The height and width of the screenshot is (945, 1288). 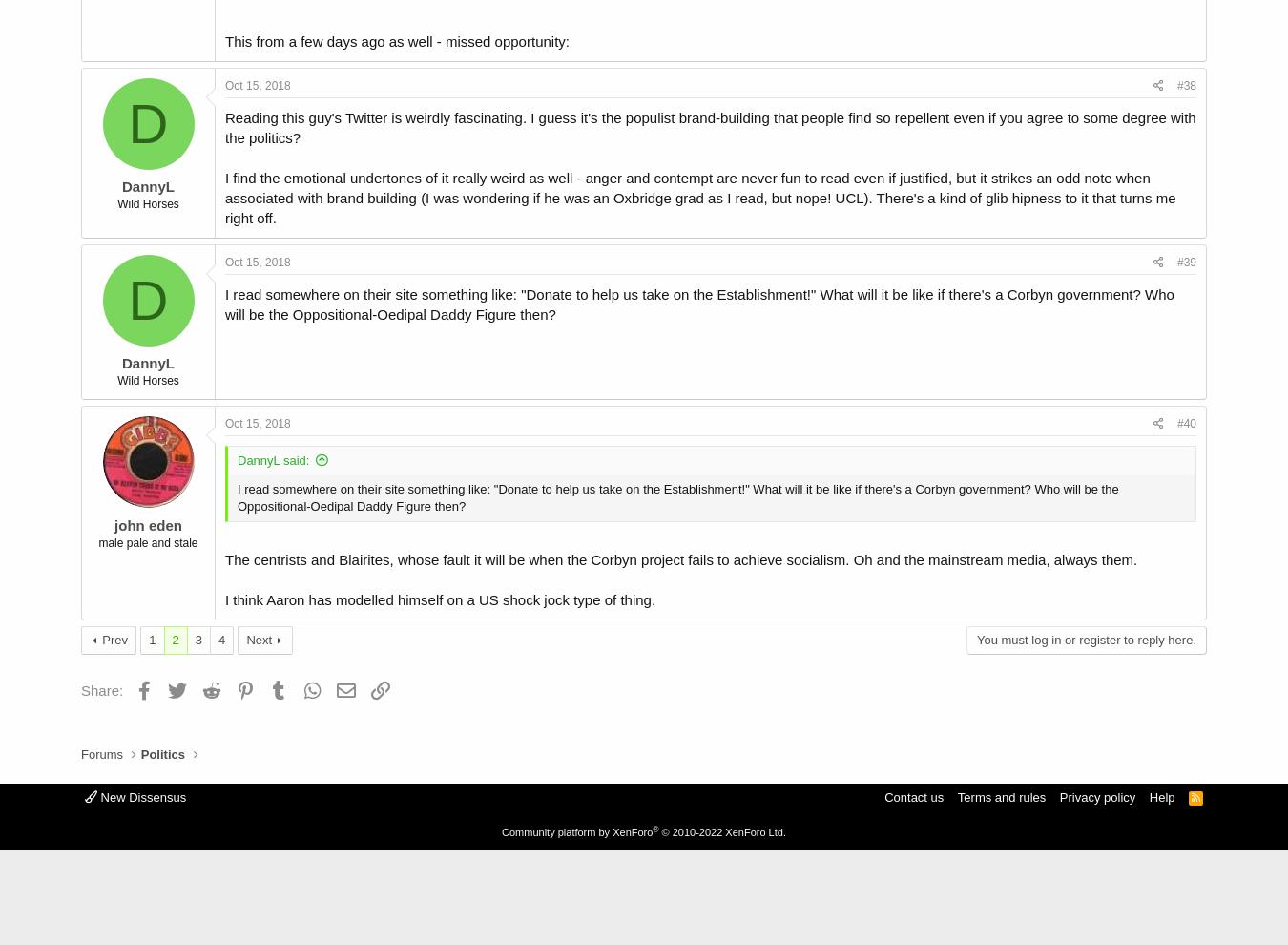 I want to click on 'male pale and stale', so click(x=147, y=541).